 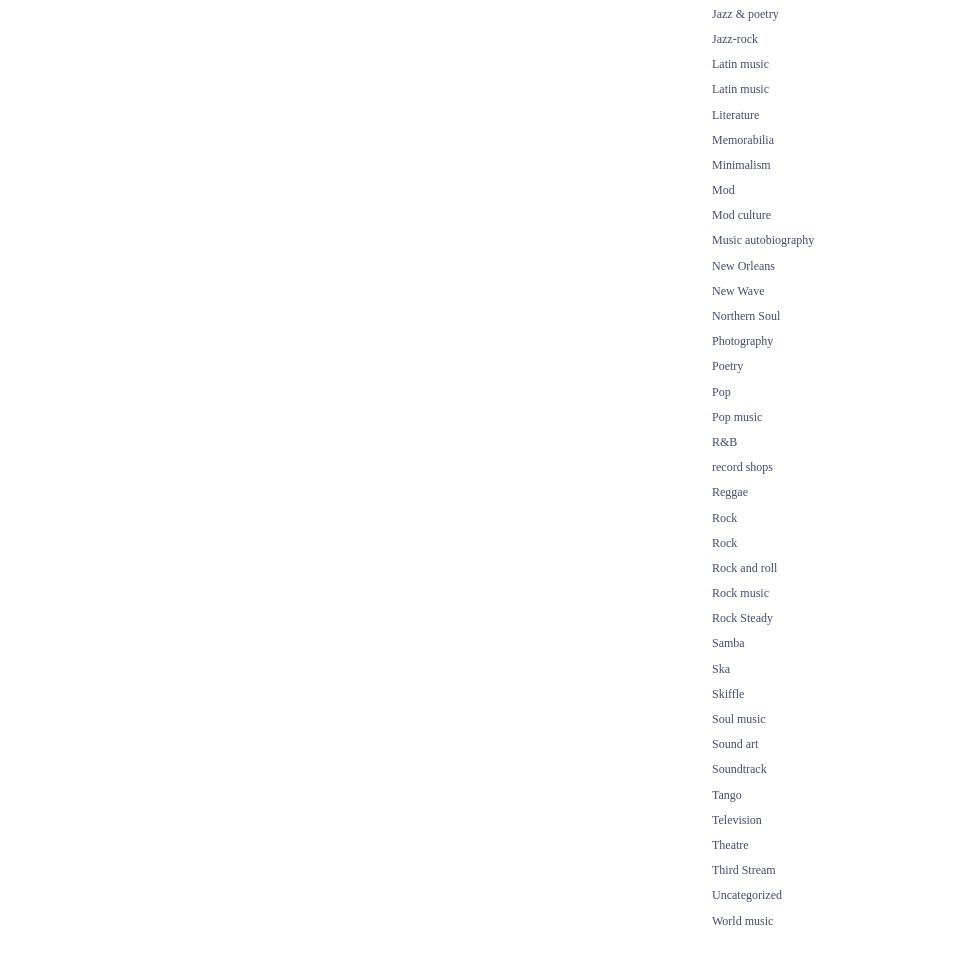 I want to click on 'World music', so click(x=741, y=919).